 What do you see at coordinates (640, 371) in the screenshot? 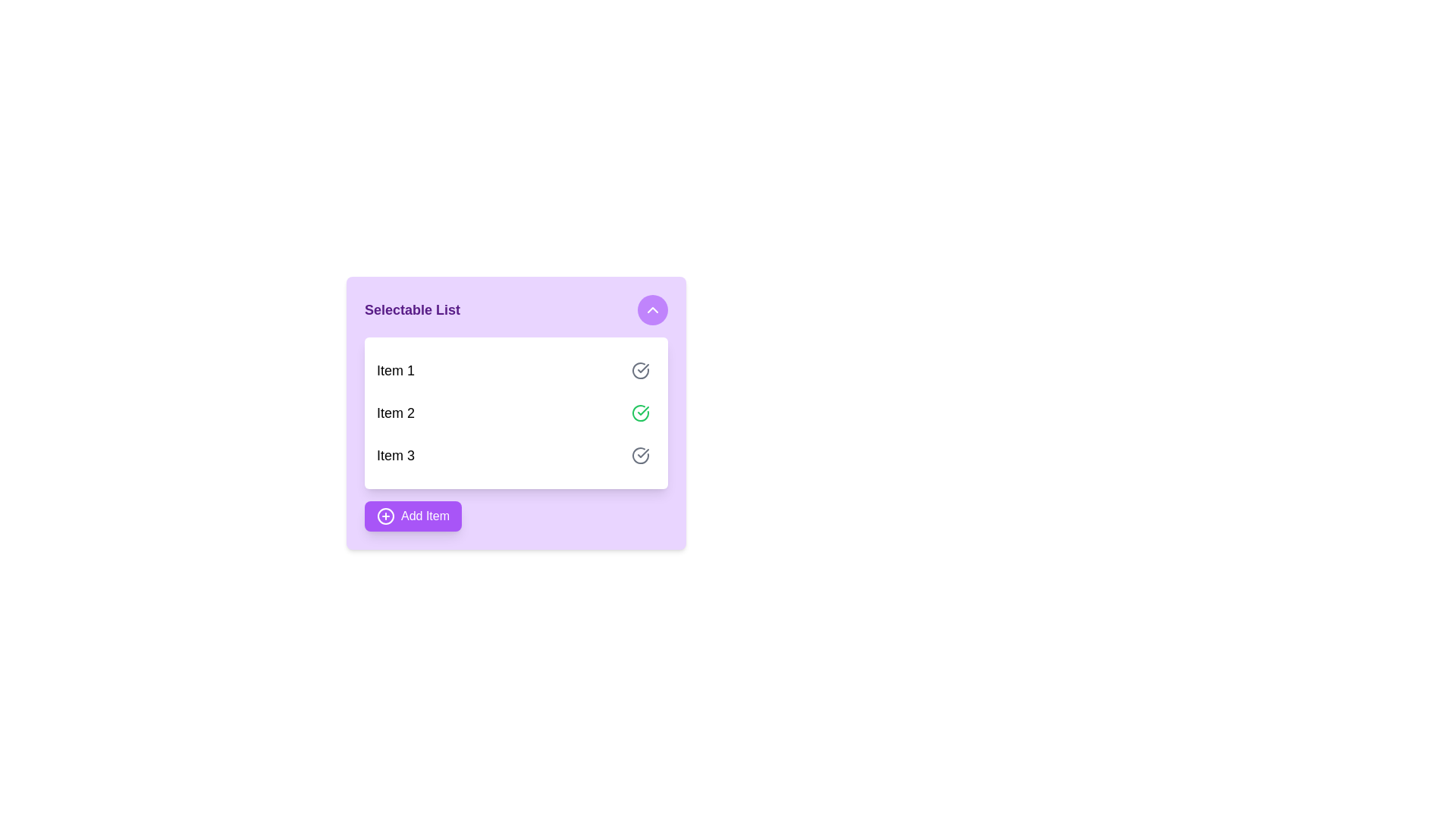
I see `the circular checkmark icon with a gray outline located beside 'Item 3' in the lower part of the list` at bounding box center [640, 371].